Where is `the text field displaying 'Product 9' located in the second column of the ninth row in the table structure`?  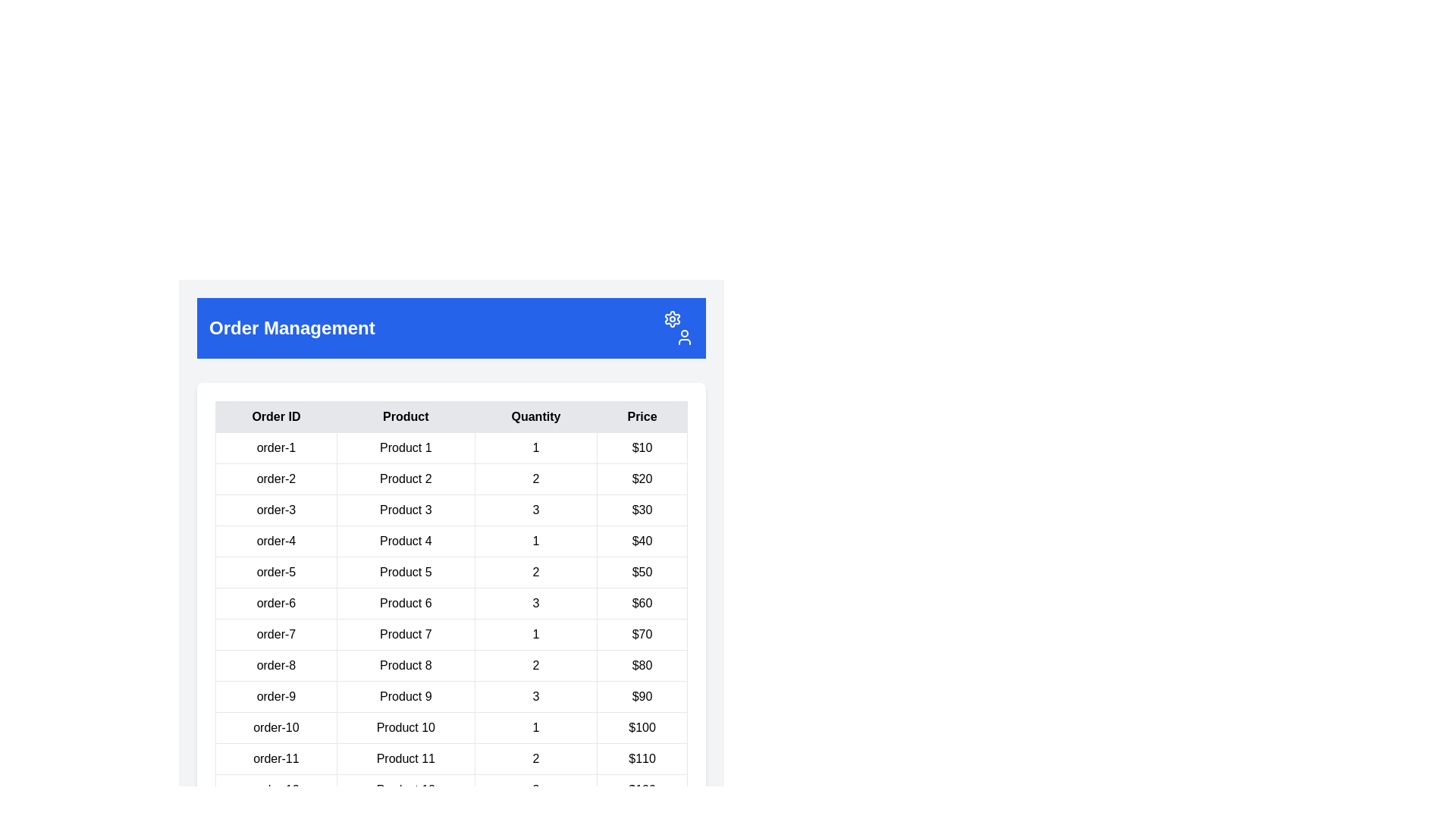 the text field displaying 'Product 9' located in the second column of the ninth row in the table structure is located at coordinates (406, 696).